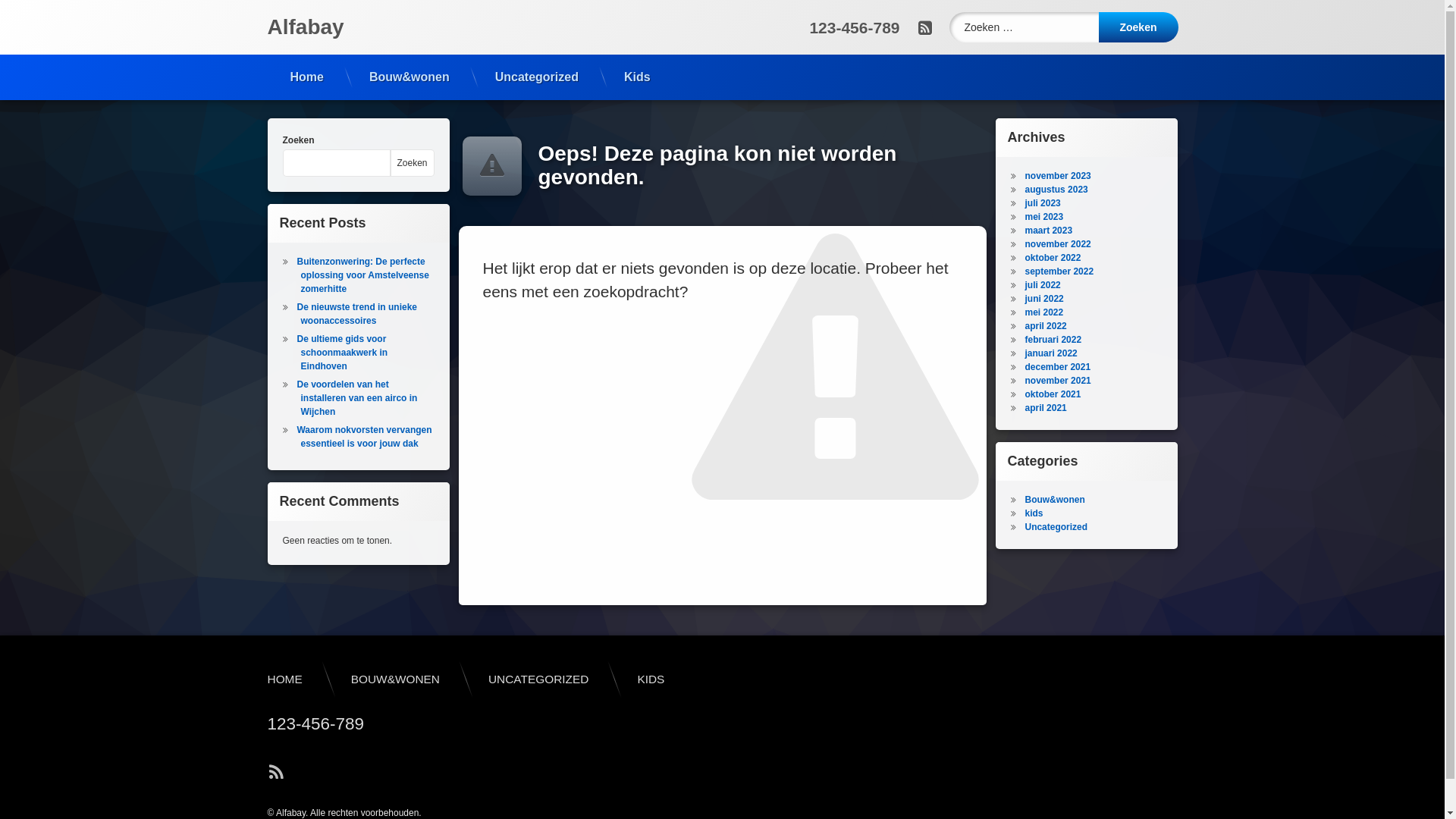 Image resolution: width=1456 pixels, height=819 pixels. What do you see at coordinates (356, 397) in the screenshot?
I see `'De voordelen van het installeren van een airco in Wijchen'` at bounding box center [356, 397].